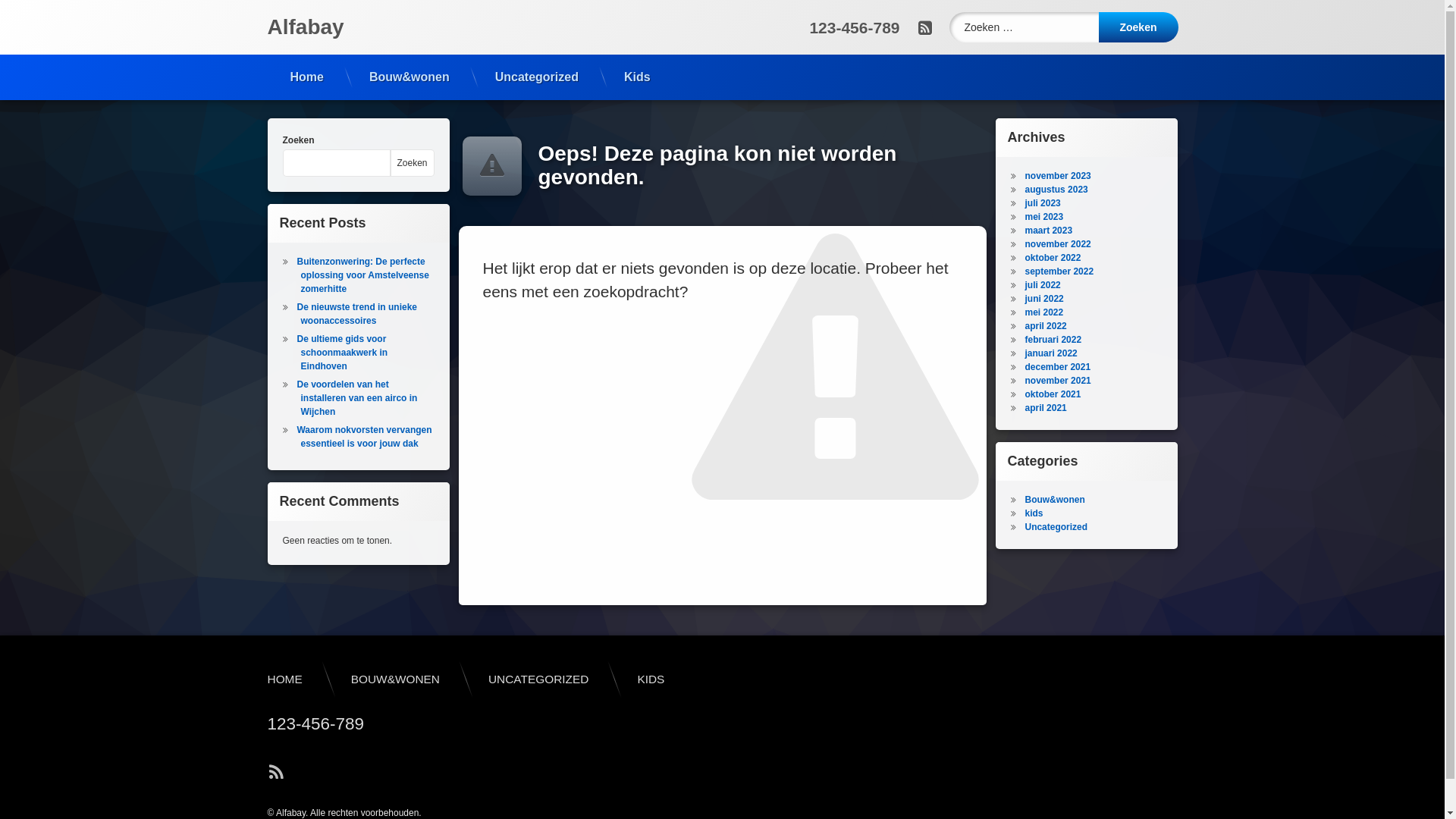 Image resolution: width=1456 pixels, height=819 pixels. What do you see at coordinates (356, 397) in the screenshot?
I see `'De voordelen van het installeren van een airco in Wijchen'` at bounding box center [356, 397].